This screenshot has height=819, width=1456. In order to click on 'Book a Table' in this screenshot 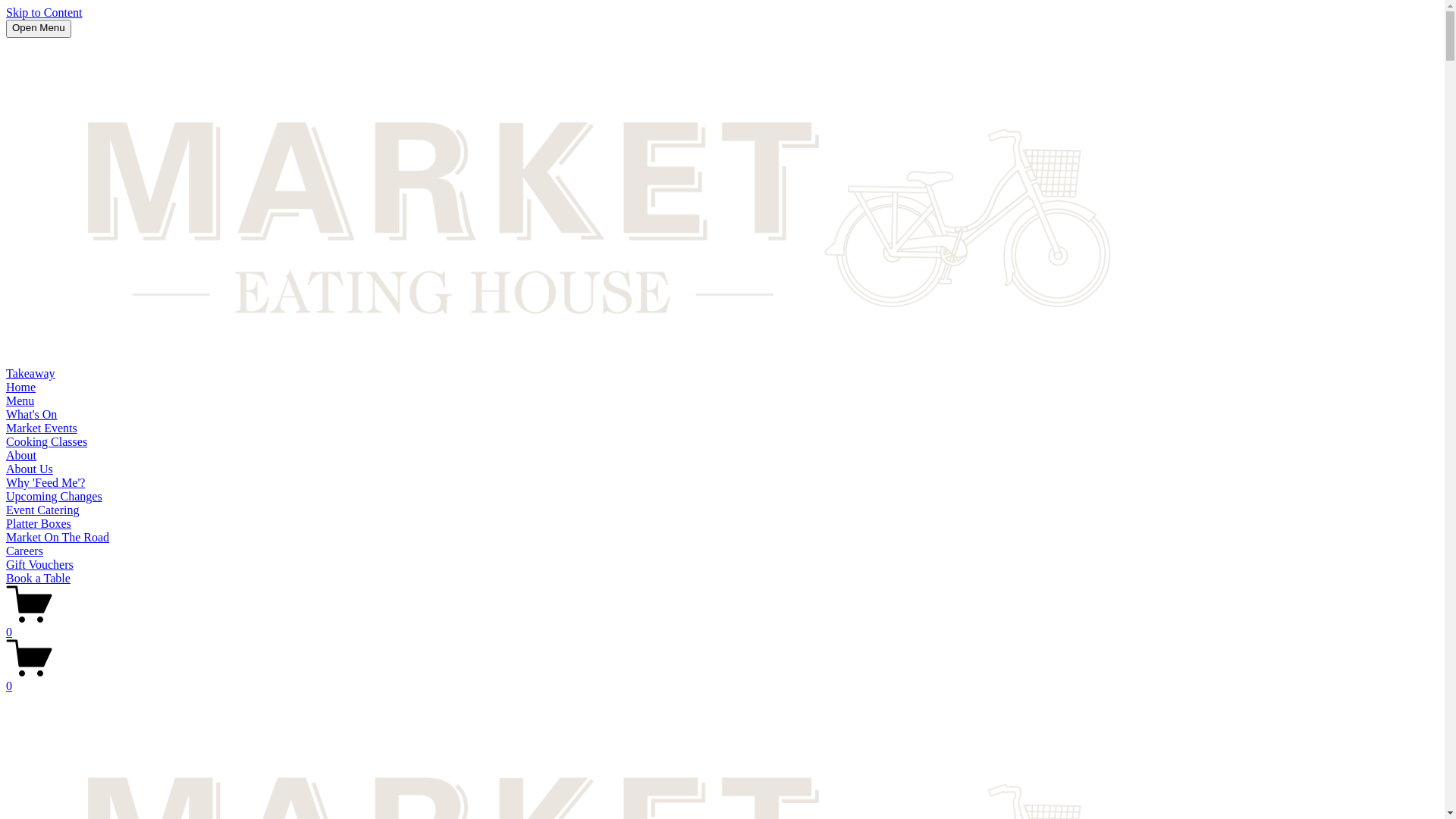, I will do `click(38, 578)`.